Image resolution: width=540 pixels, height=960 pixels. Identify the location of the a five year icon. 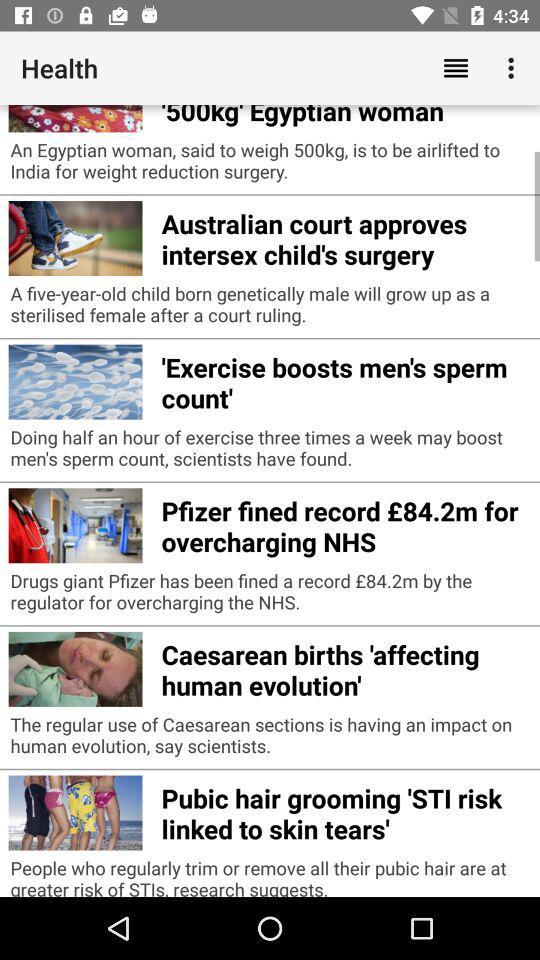
(270, 309).